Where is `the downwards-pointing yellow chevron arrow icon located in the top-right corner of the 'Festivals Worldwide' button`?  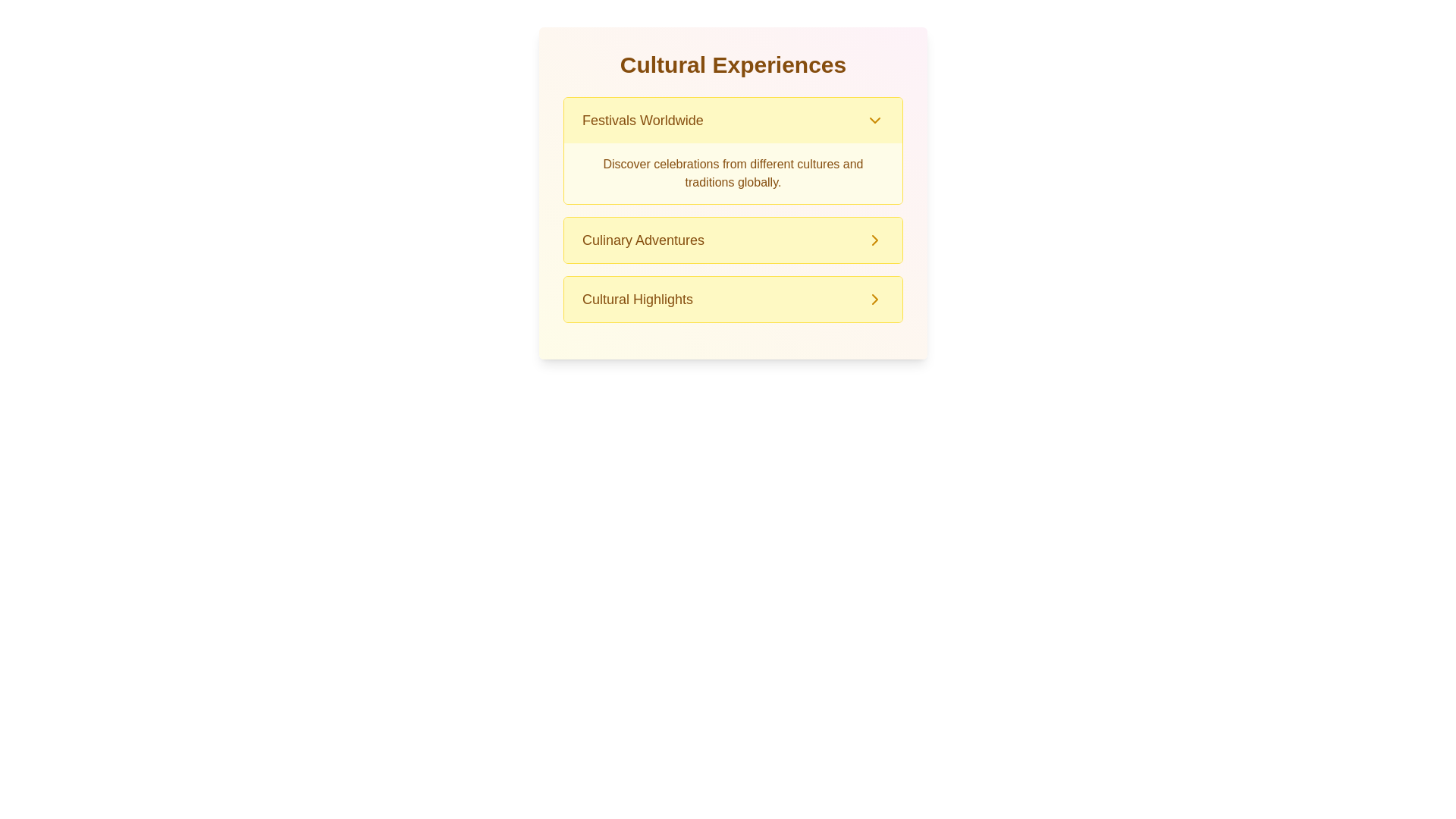
the downwards-pointing yellow chevron arrow icon located in the top-right corner of the 'Festivals Worldwide' button is located at coordinates (874, 119).